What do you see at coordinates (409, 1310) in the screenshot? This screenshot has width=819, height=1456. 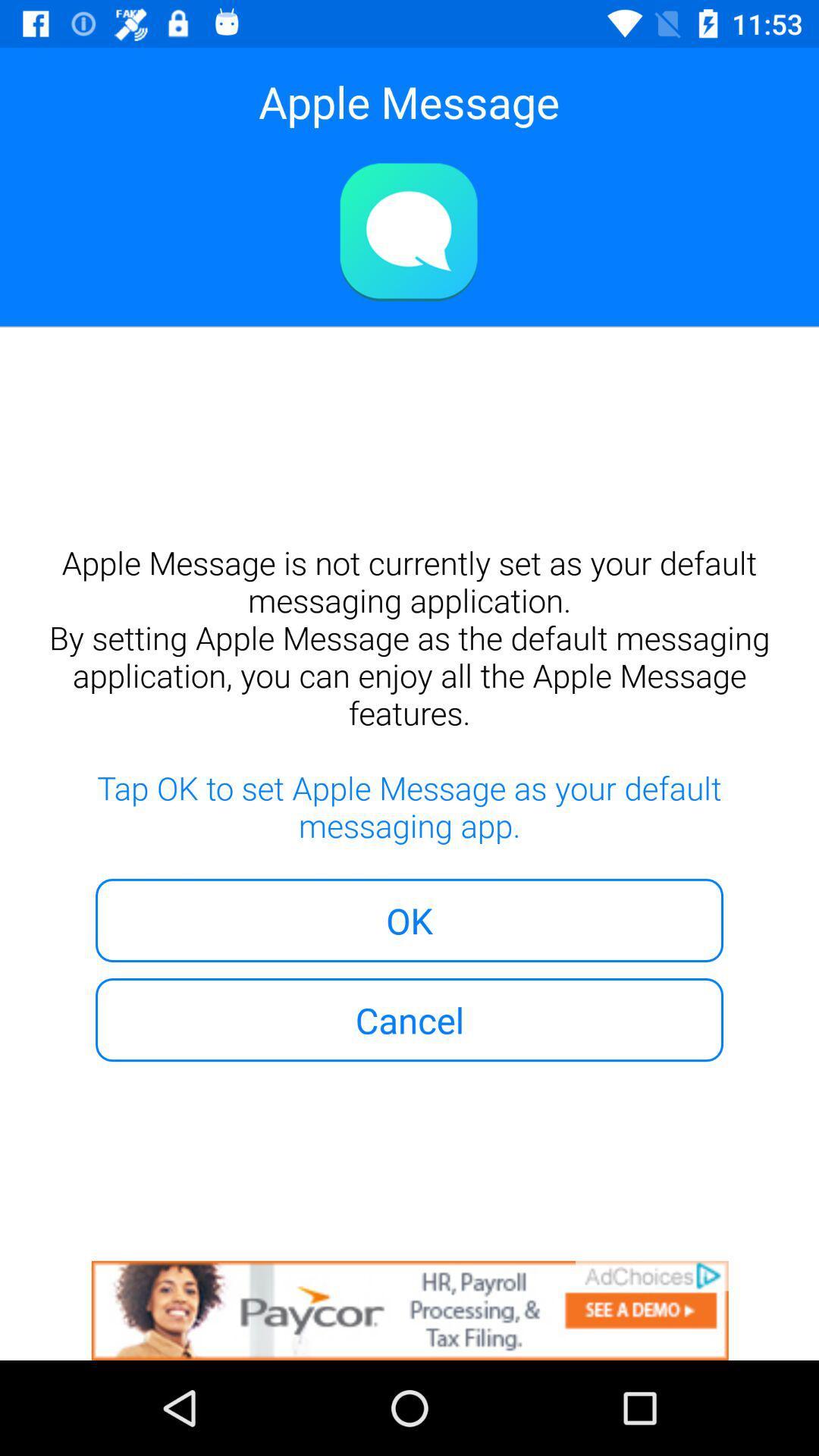 I see `advertisement bar` at bounding box center [409, 1310].